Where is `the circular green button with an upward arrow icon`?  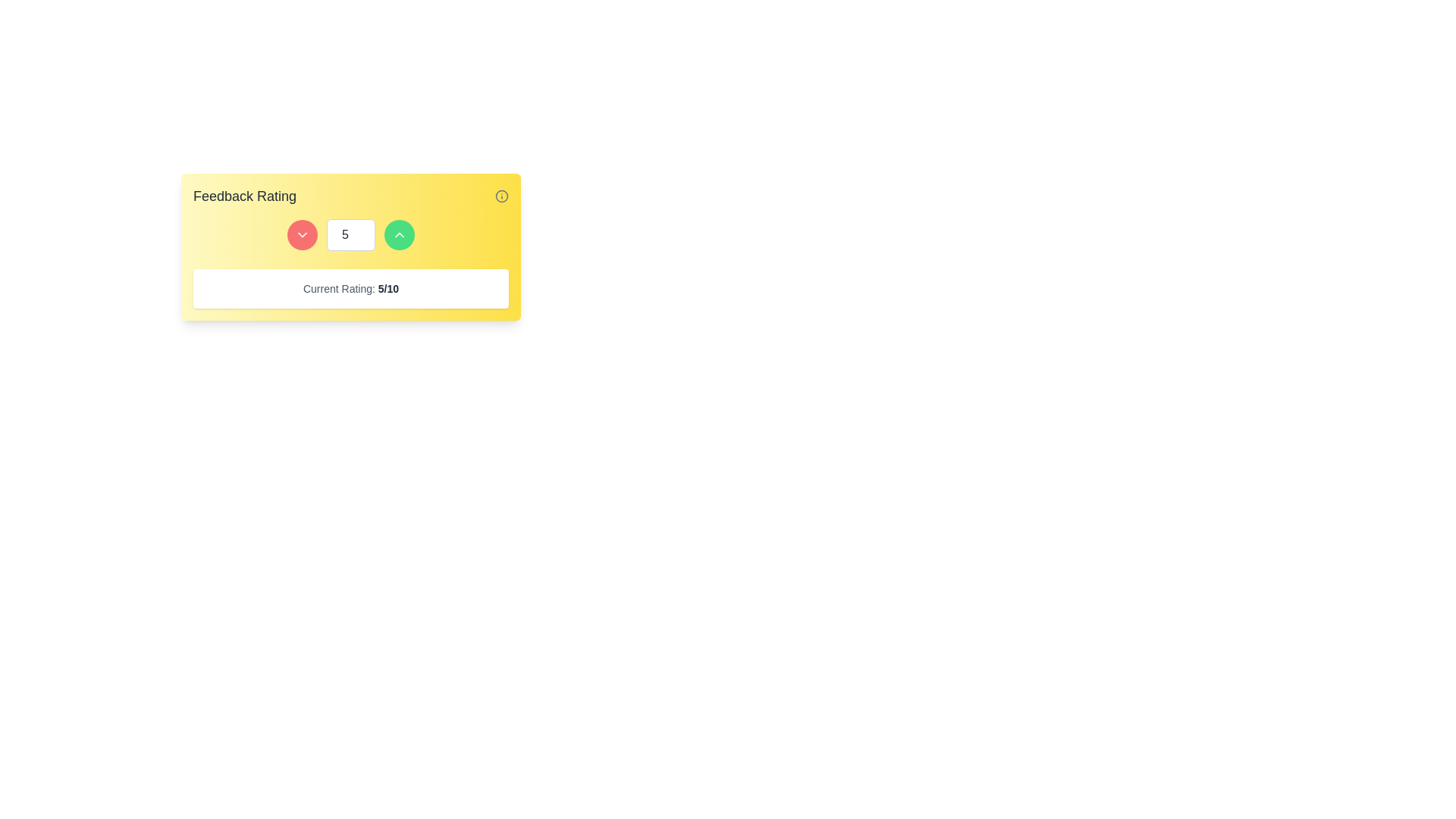 the circular green button with an upward arrow icon is located at coordinates (400, 234).